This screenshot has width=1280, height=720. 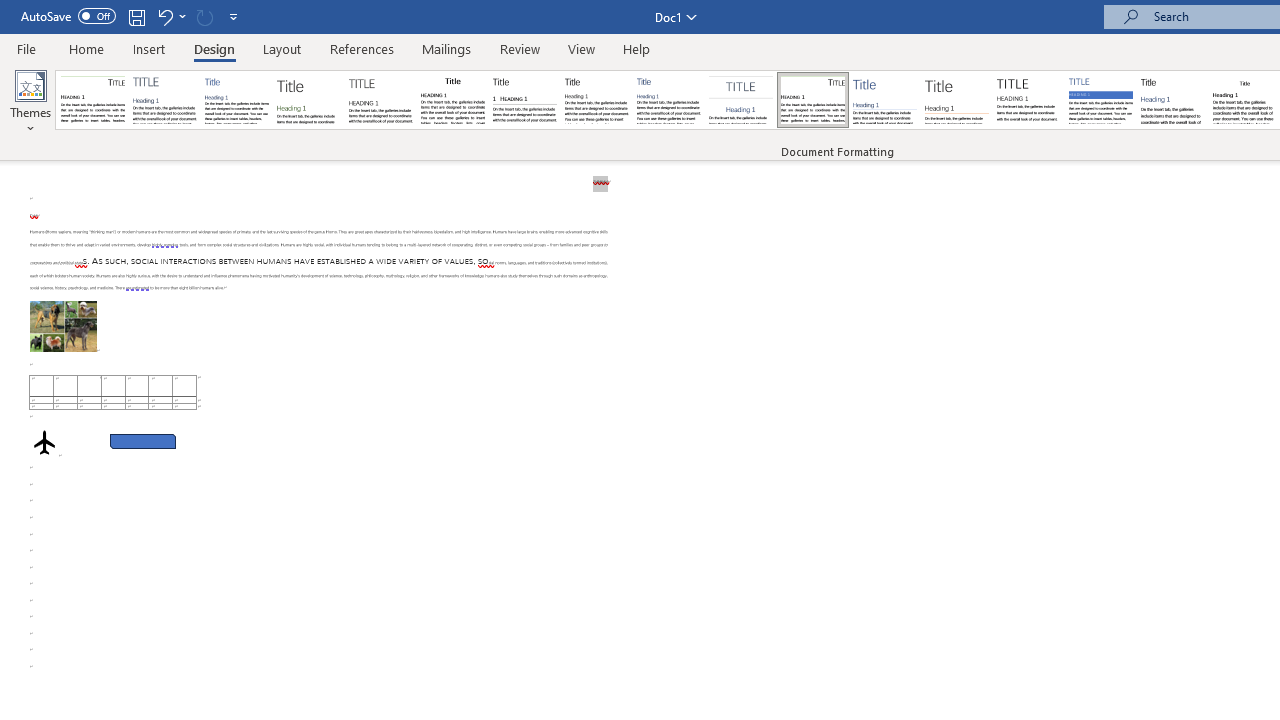 I want to click on 'References', so click(x=362, y=48).